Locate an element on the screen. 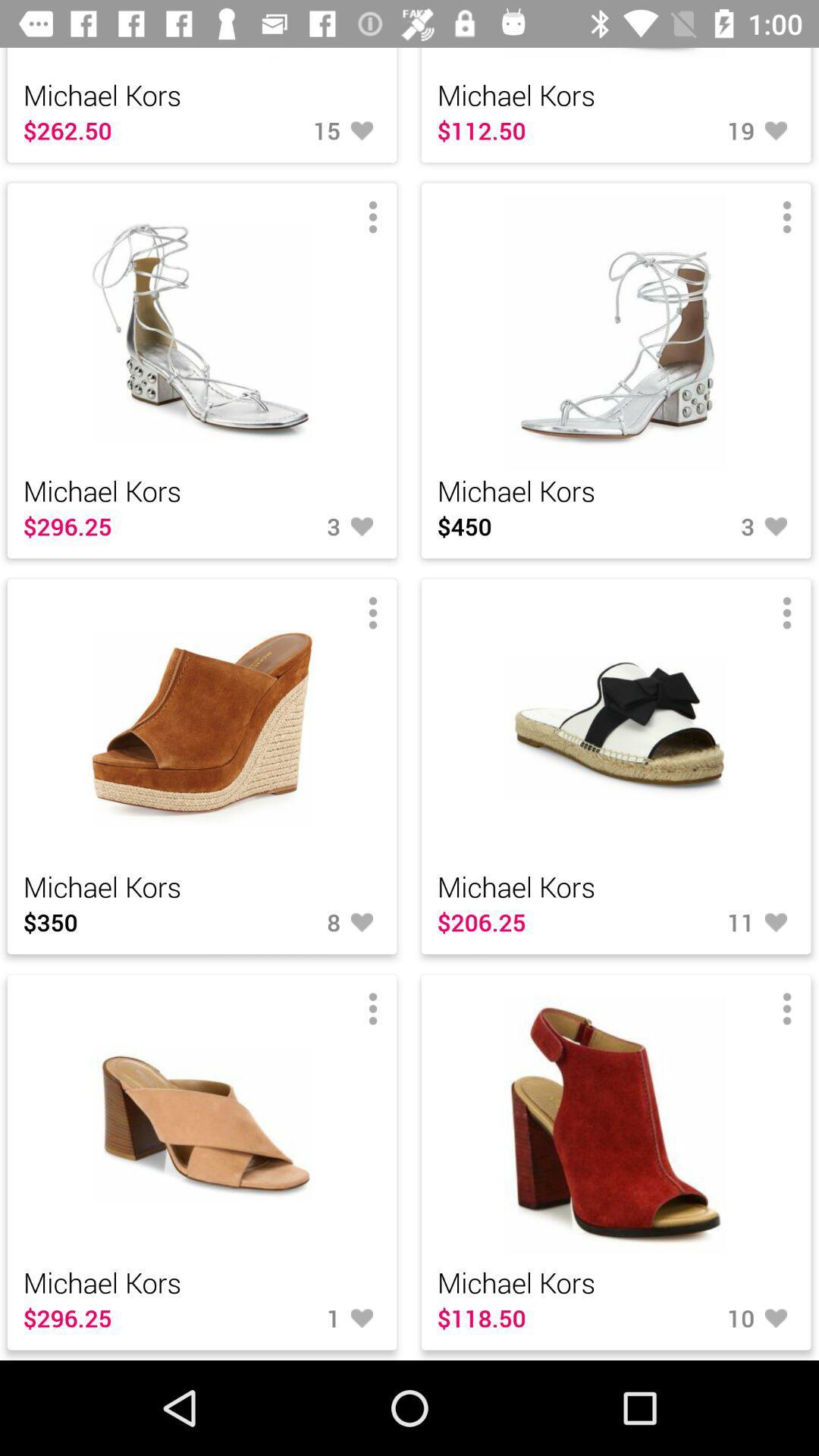  the number beside 20625 is located at coordinates (705, 921).